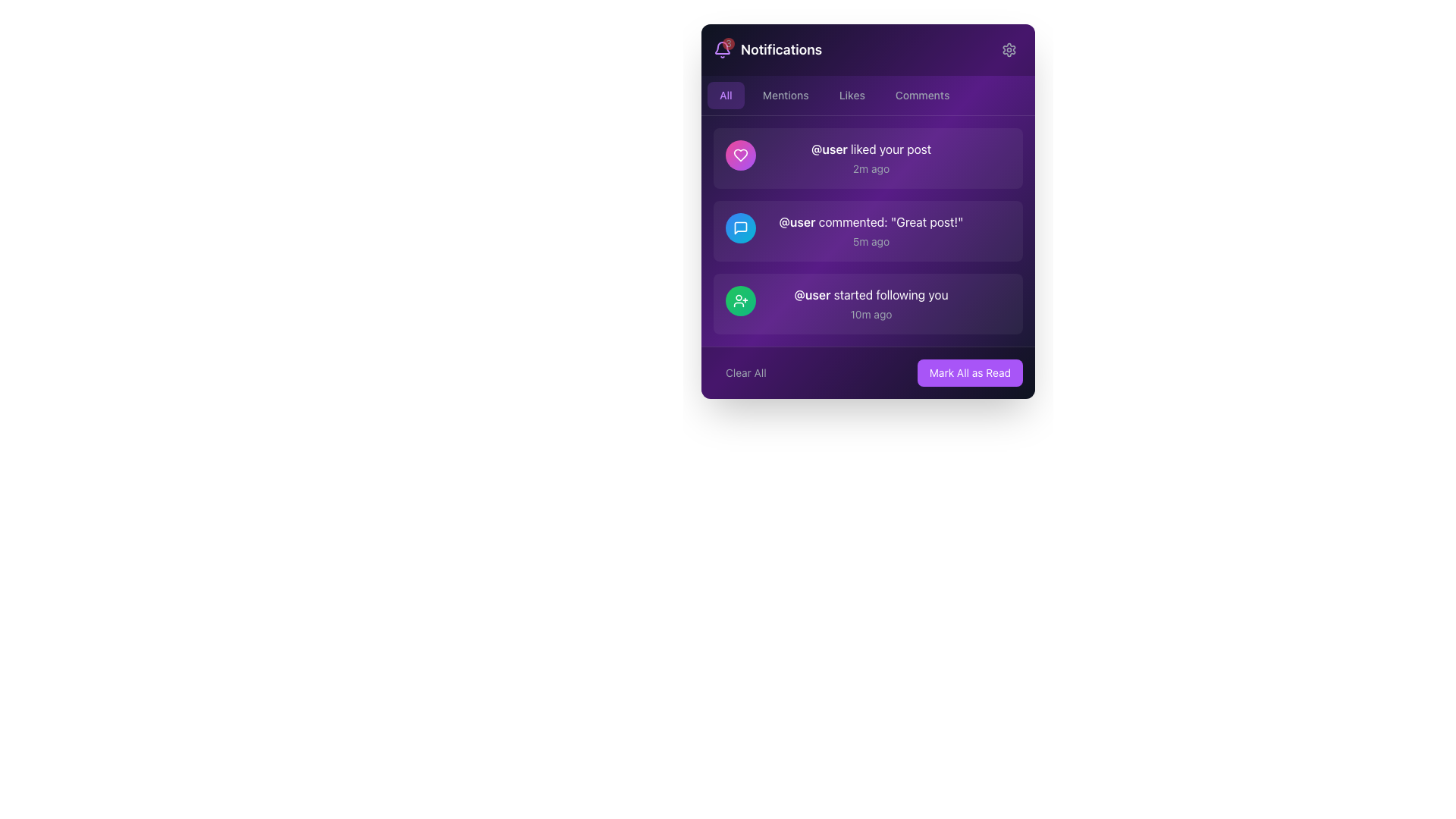 This screenshot has height=819, width=1456. I want to click on the 'All' button, which is a rectangular button with rounded corners, containing the text 'All' in purple font, located at the top of the dark purple notification panel, so click(725, 96).